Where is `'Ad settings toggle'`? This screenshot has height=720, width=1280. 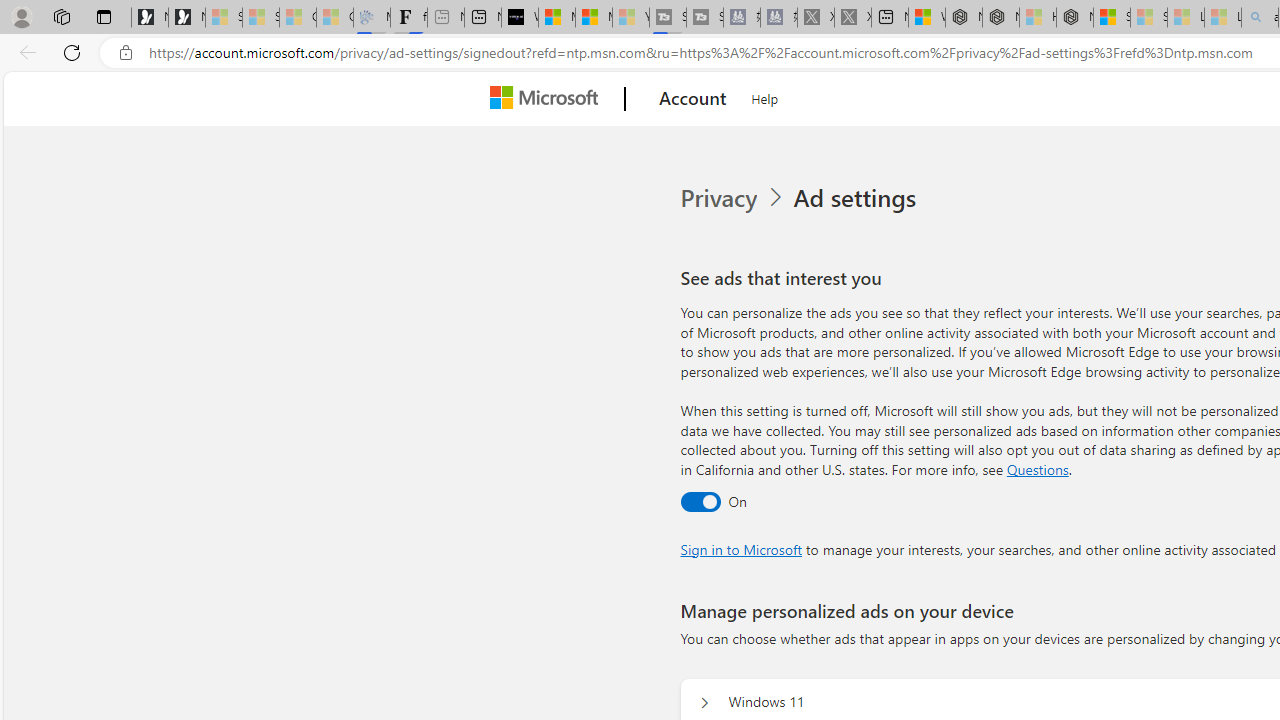
'Ad settings toggle' is located at coordinates (700, 500).